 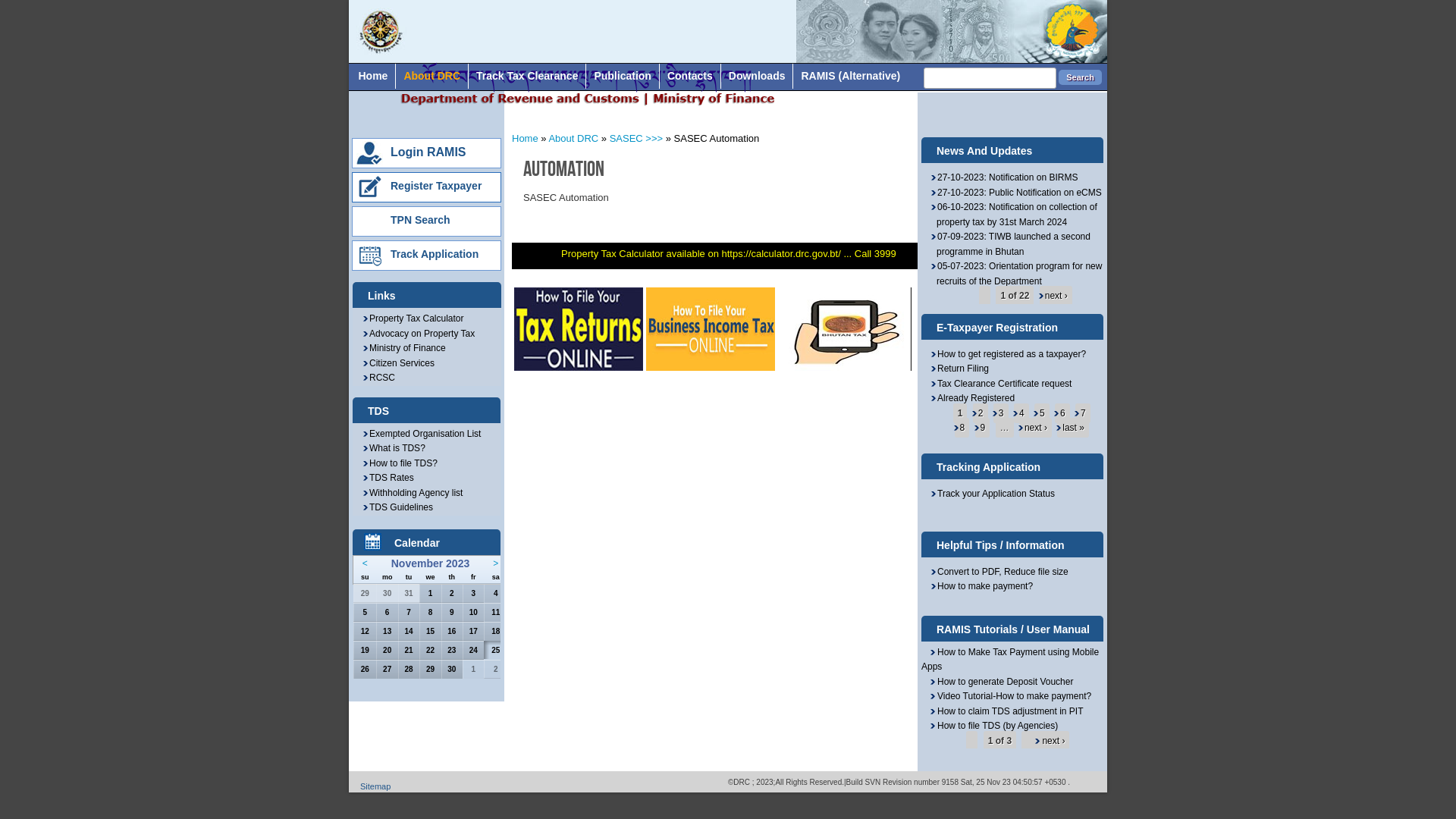 What do you see at coordinates (428, 152) in the screenshot?
I see `'Login RAMIS'` at bounding box center [428, 152].